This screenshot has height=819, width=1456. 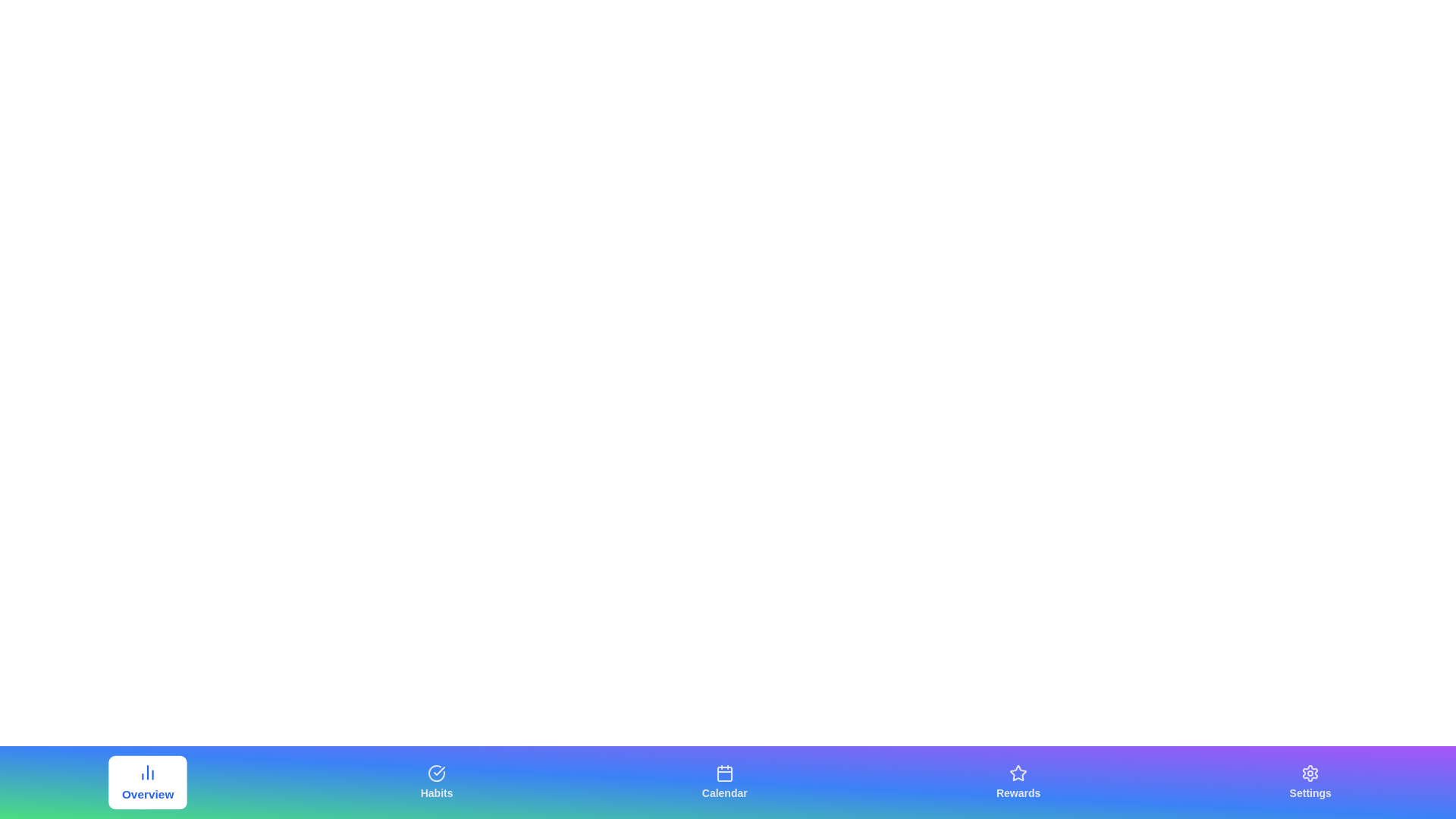 I want to click on the Settings button to navigate to the corresponding tab, so click(x=1310, y=783).